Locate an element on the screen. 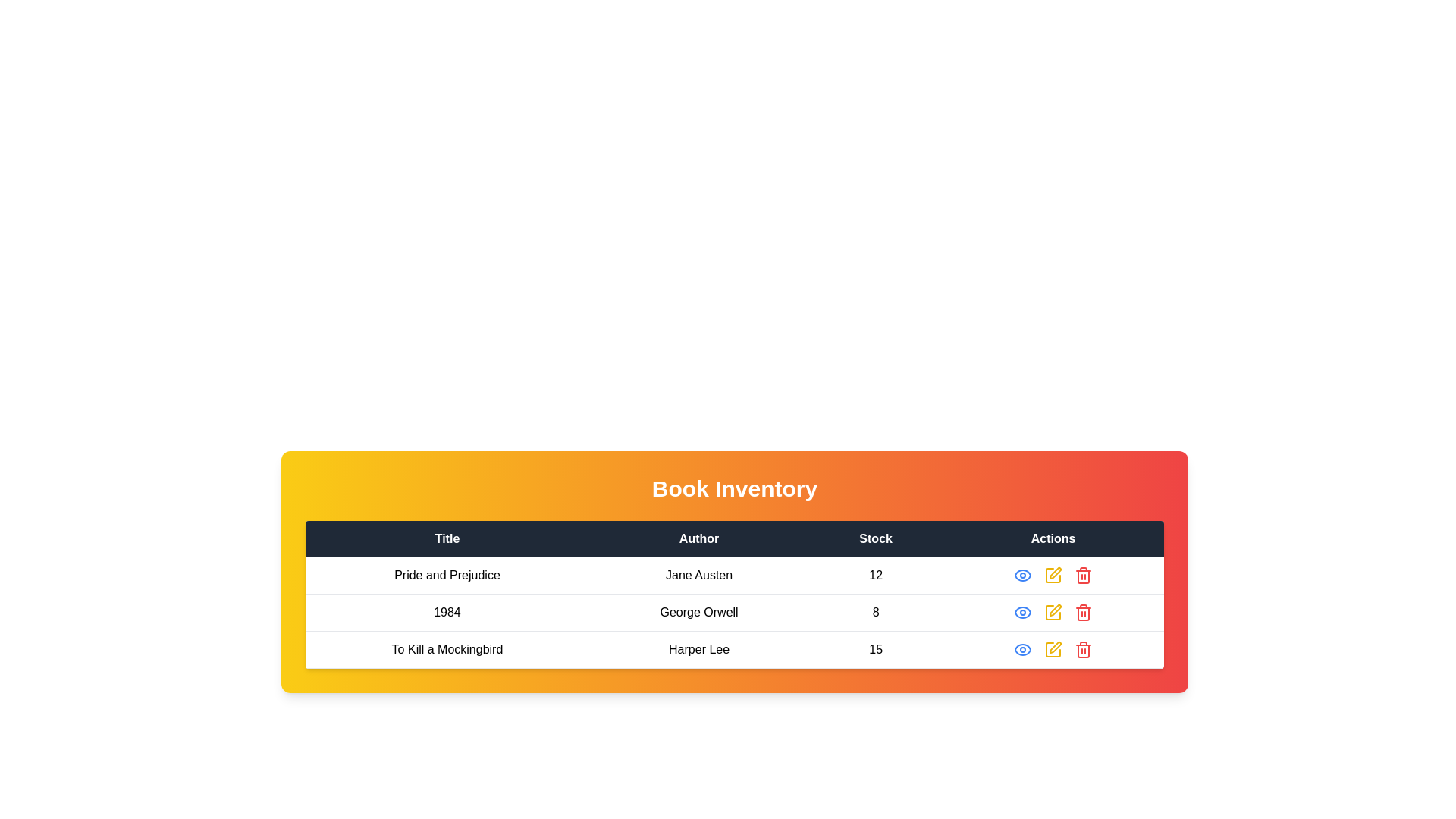  the text label displaying 'Jane Austen' in the second cell of the second row under the 'Author' column of the table is located at coordinates (698, 576).